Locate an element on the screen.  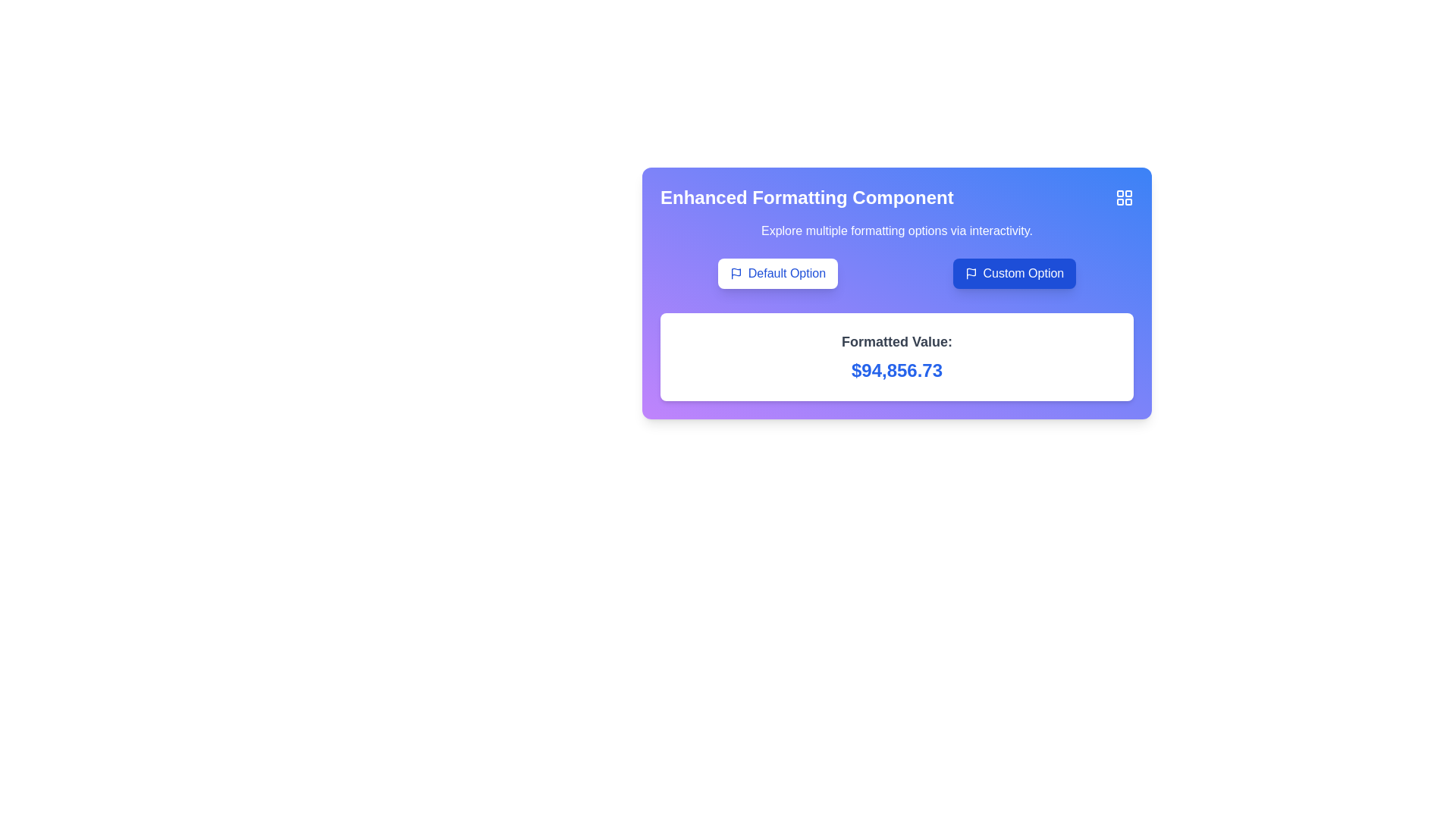
the descriptive text block located below the title 'Enhanced Formatting Component' and above the buttons 'Default Option' and 'Custom Option' is located at coordinates (896, 231).